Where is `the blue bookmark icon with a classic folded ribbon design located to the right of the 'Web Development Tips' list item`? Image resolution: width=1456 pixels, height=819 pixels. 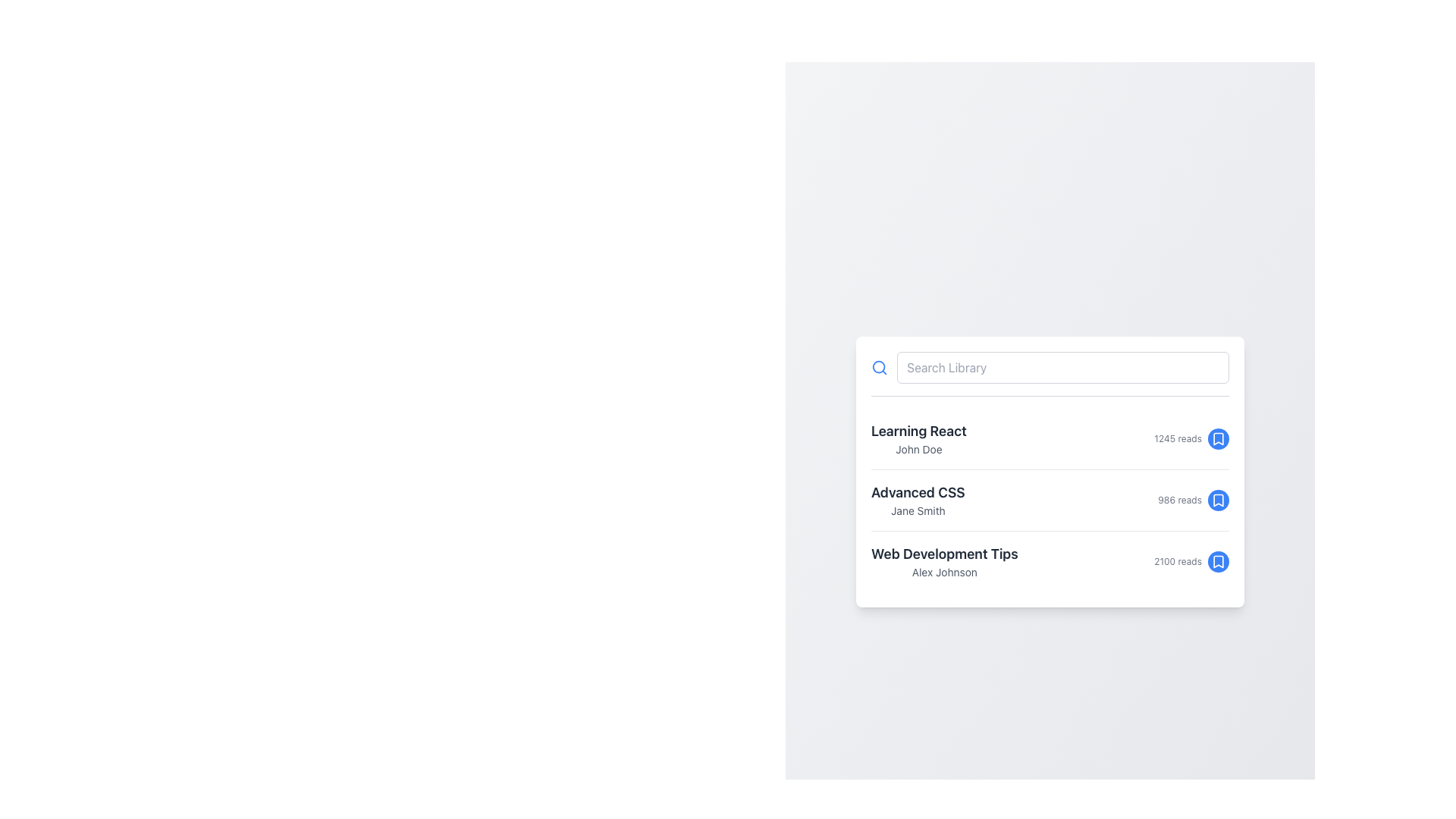 the blue bookmark icon with a classic folded ribbon design located to the right of the 'Web Development Tips' list item is located at coordinates (1219, 561).